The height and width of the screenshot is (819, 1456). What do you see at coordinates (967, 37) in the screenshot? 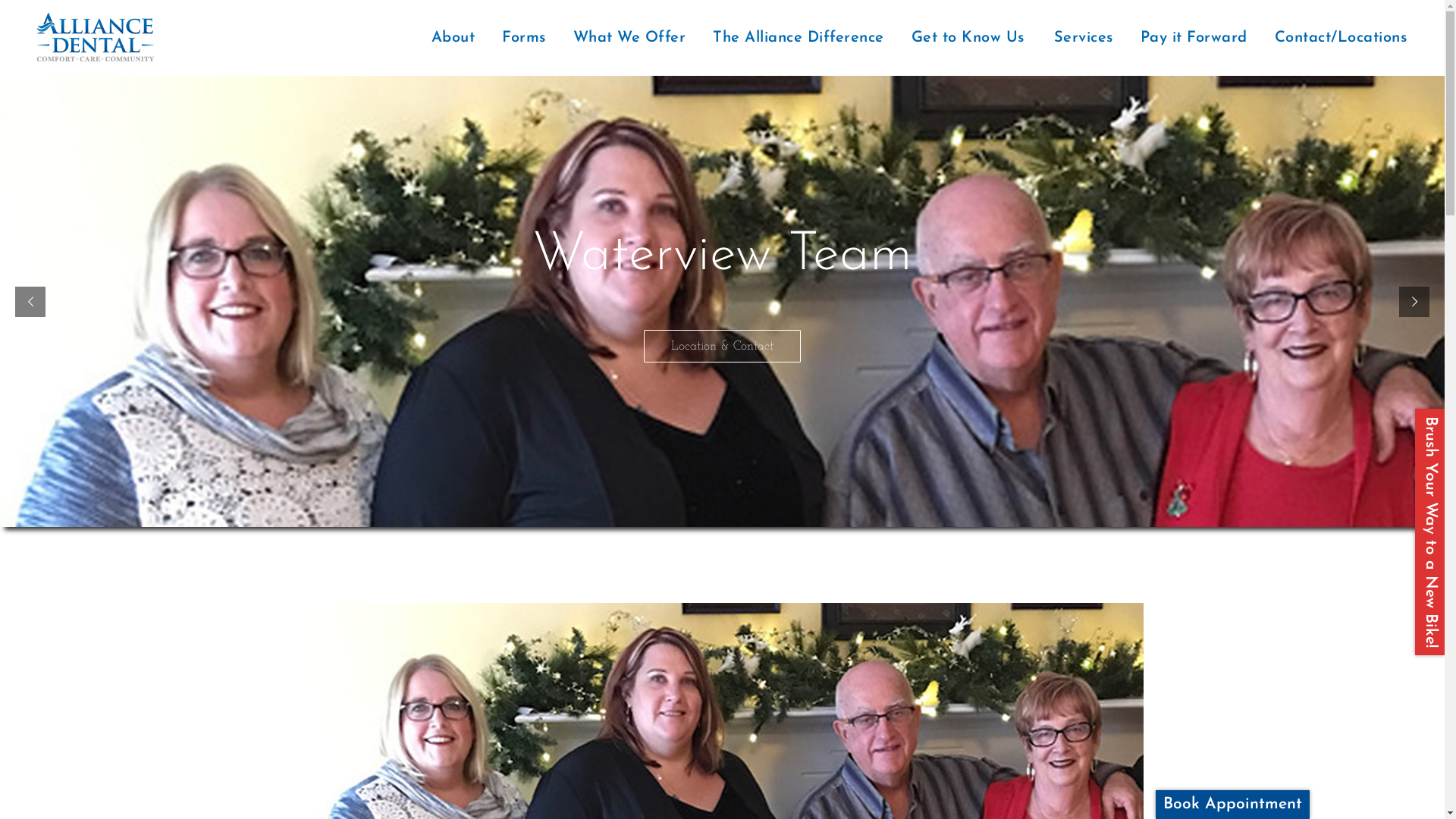
I see `'Get to Know Us'` at bounding box center [967, 37].